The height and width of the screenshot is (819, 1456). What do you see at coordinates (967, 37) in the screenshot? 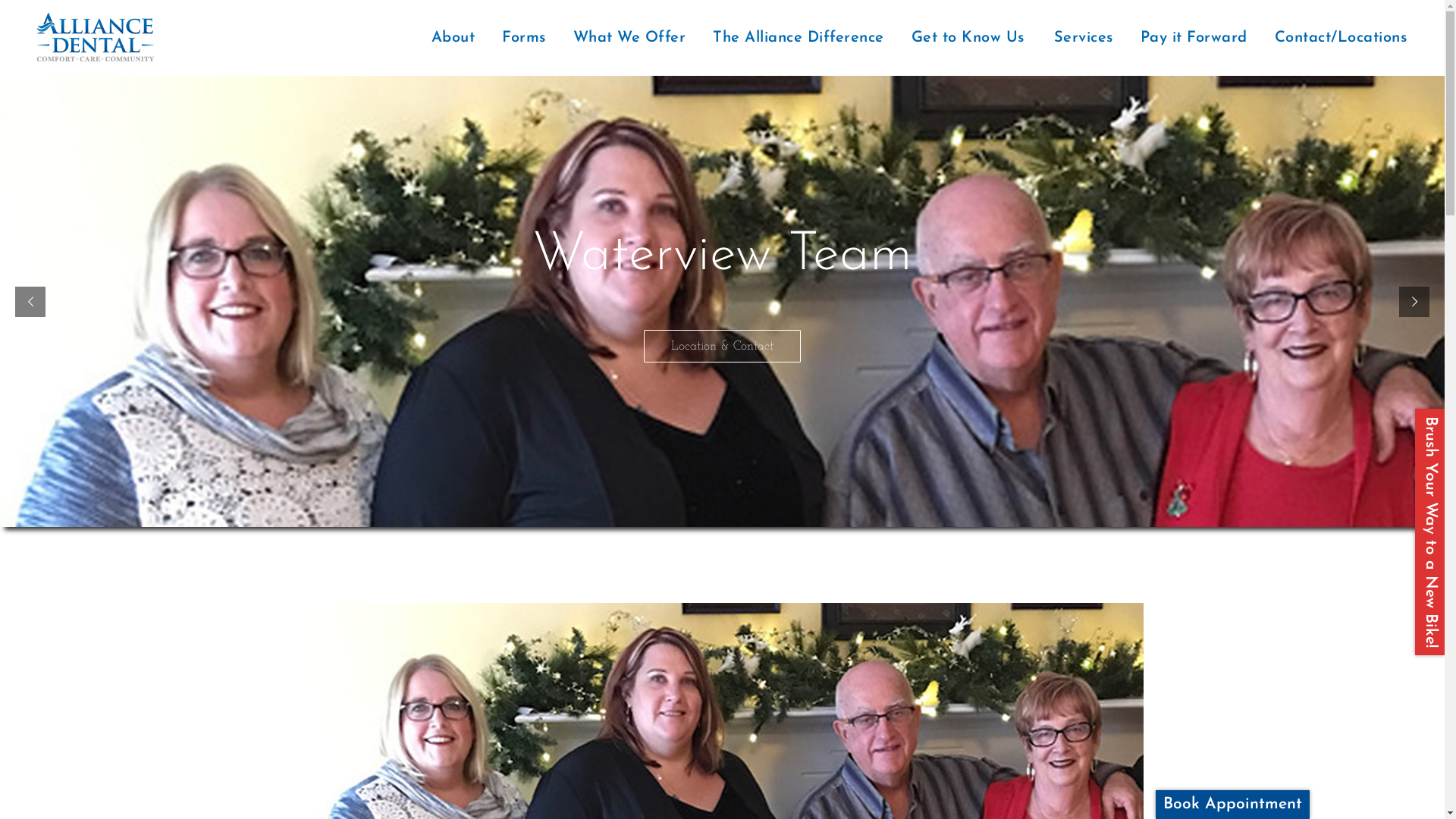
I see `'Get to Know Us'` at bounding box center [967, 37].